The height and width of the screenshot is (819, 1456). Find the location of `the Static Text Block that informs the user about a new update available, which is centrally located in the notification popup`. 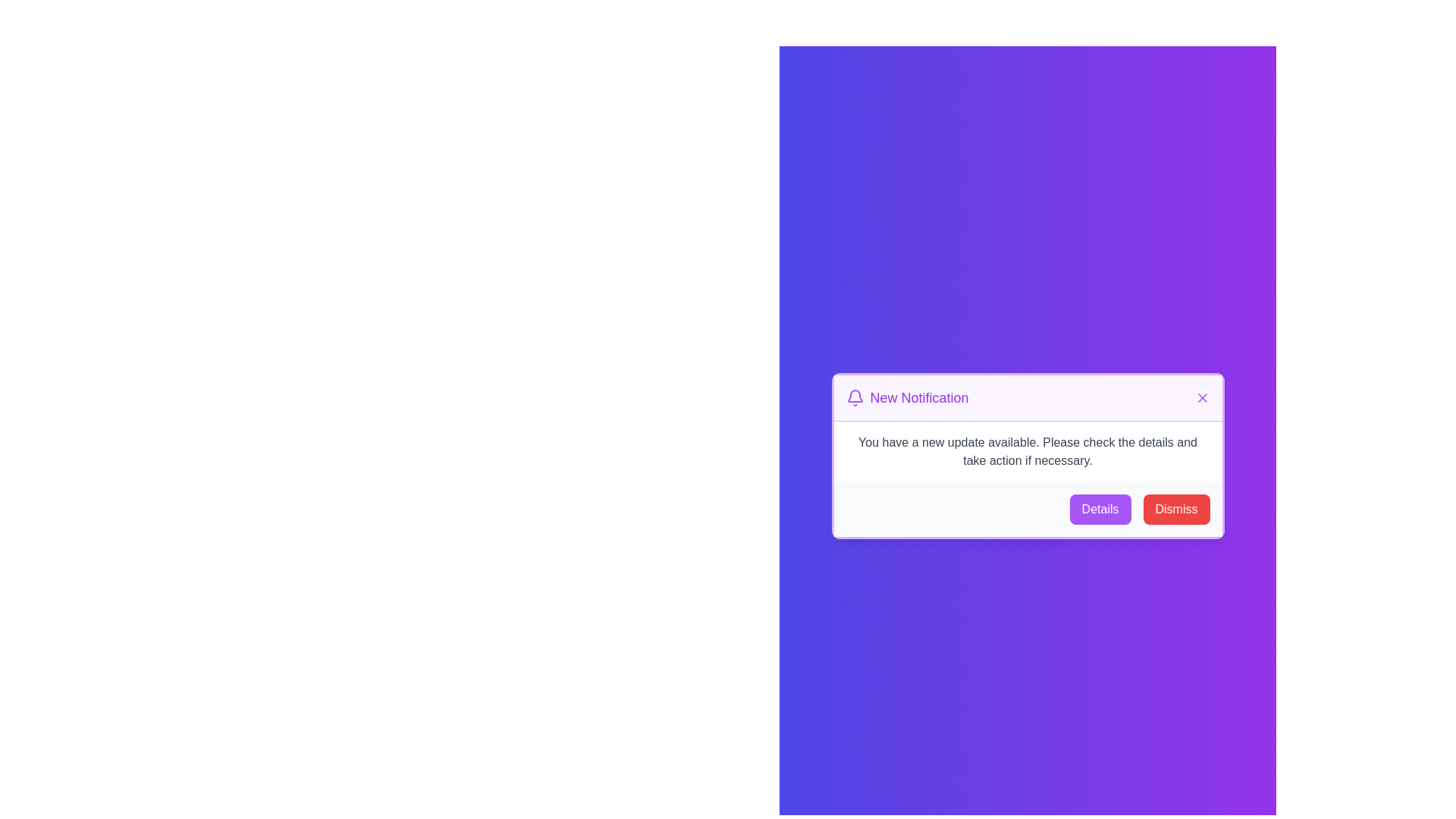

the Static Text Block that informs the user about a new update available, which is centrally located in the notification popup is located at coordinates (1028, 450).